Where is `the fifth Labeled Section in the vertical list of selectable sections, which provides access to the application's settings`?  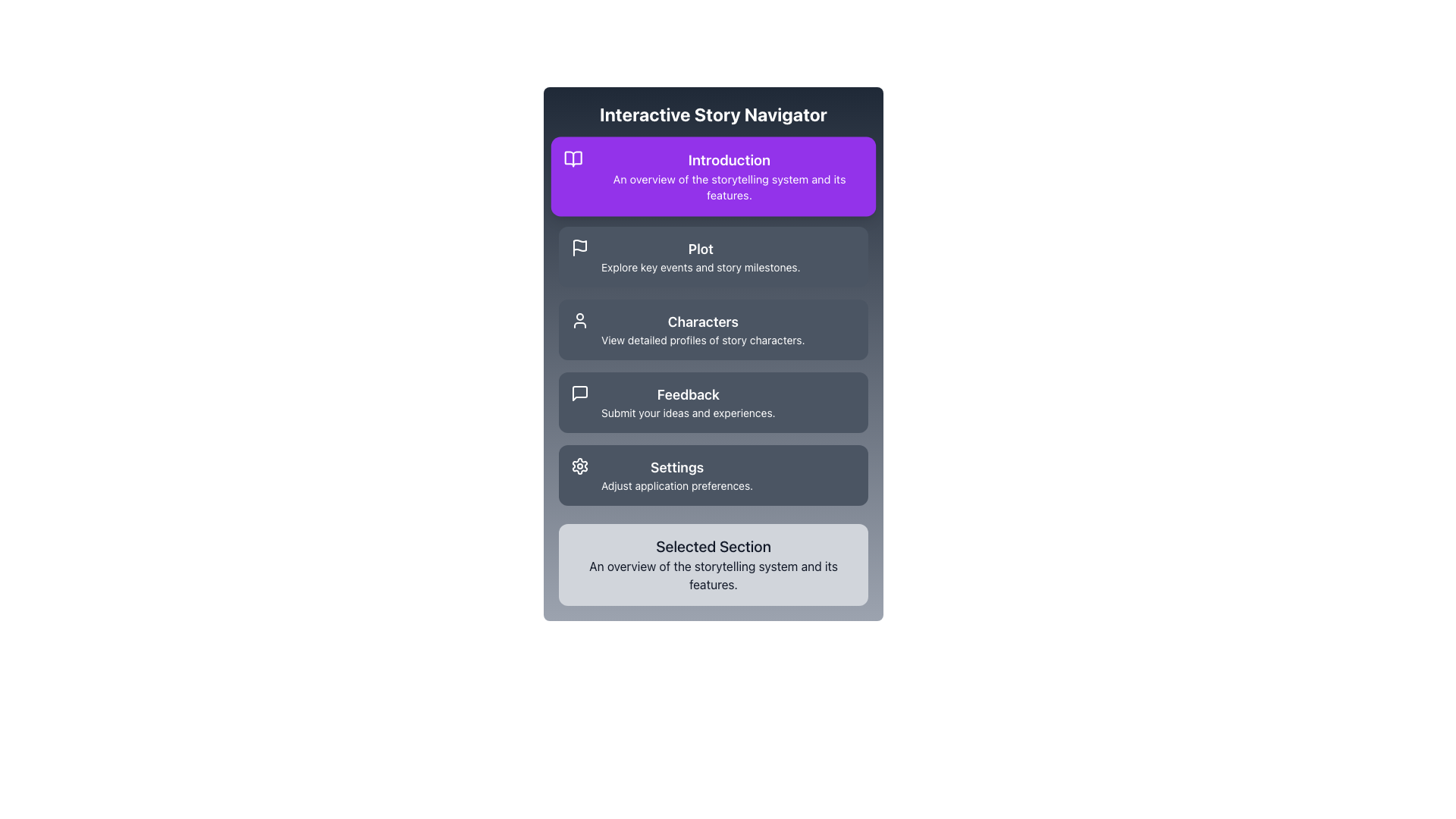
the fifth Labeled Section in the vertical list of selectable sections, which provides access to the application's settings is located at coordinates (676, 475).